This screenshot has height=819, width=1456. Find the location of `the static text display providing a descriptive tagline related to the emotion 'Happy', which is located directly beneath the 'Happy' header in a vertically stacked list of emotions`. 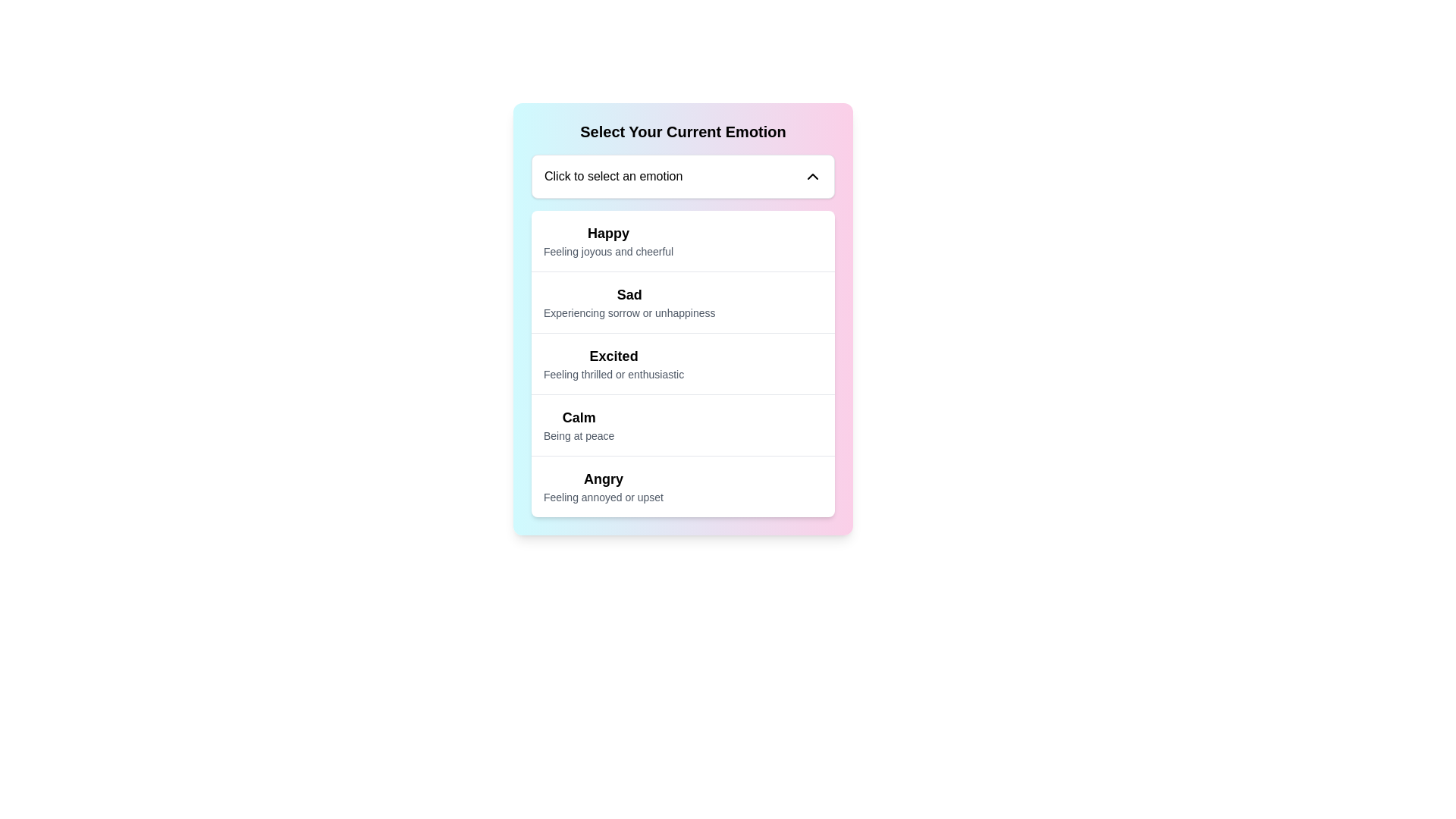

the static text display providing a descriptive tagline related to the emotion 'Happy', which is located directly beneath the 'Happy' header in a vertically stacked list of emotions is located at coordinates (608, 250).